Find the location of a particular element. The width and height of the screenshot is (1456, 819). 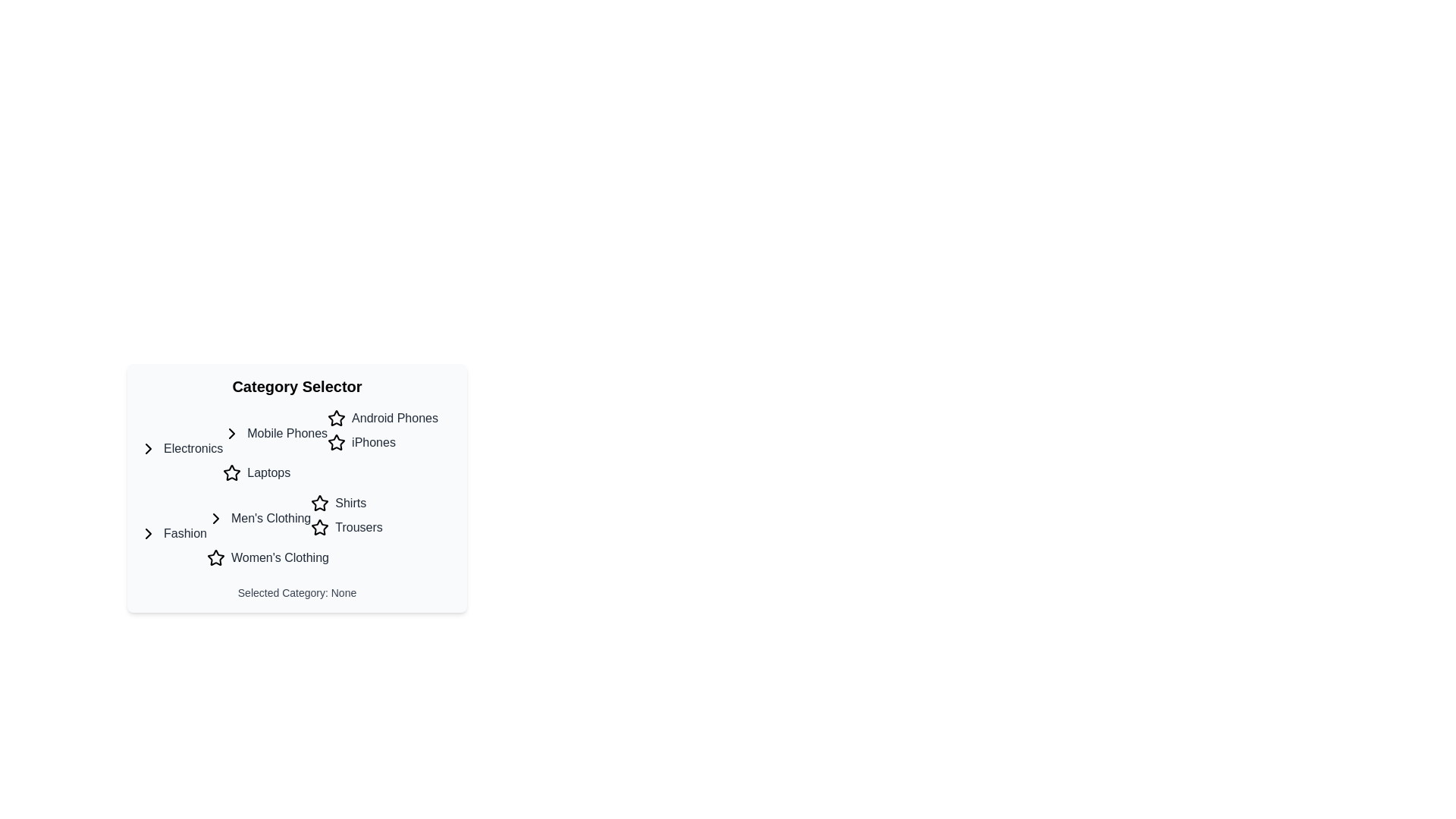

the 'Category Selector' element is located at coordinates (297, 488).